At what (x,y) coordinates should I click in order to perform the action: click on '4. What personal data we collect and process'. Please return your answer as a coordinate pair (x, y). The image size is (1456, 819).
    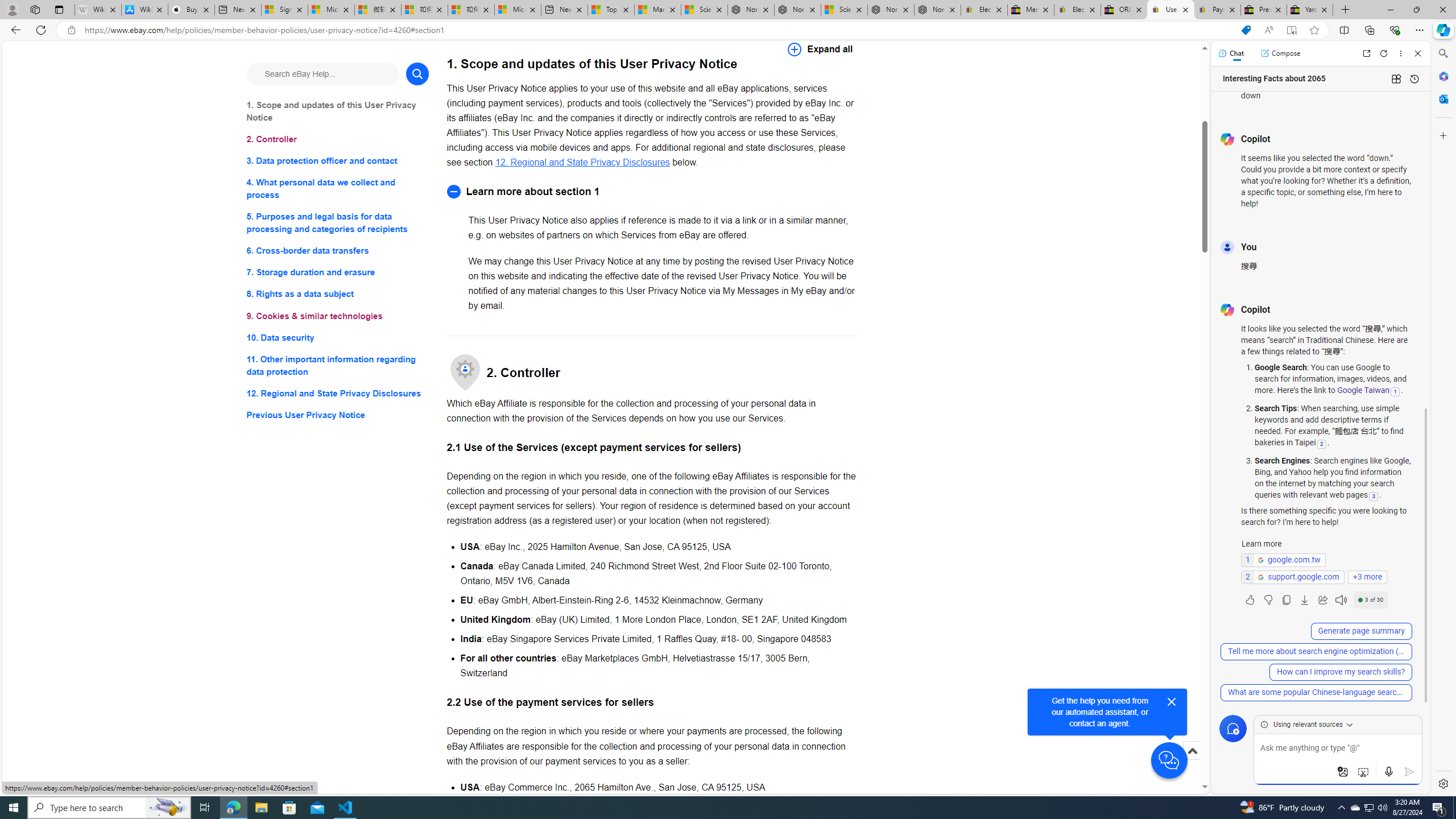
    Looking at the image, I should click on (337, 189).